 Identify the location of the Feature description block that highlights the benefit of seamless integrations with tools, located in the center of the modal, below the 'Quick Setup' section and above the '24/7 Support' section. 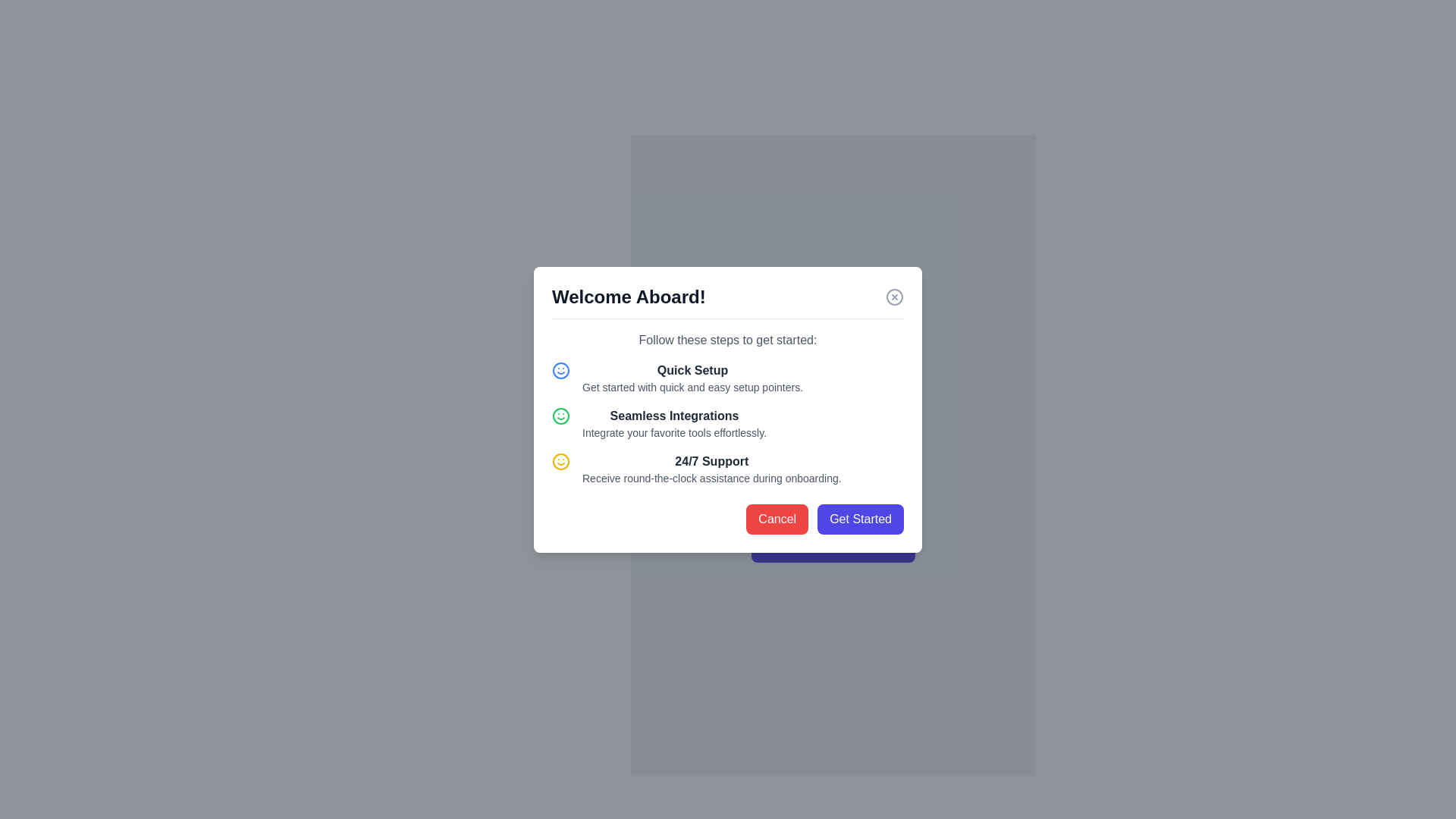
(728, 423).